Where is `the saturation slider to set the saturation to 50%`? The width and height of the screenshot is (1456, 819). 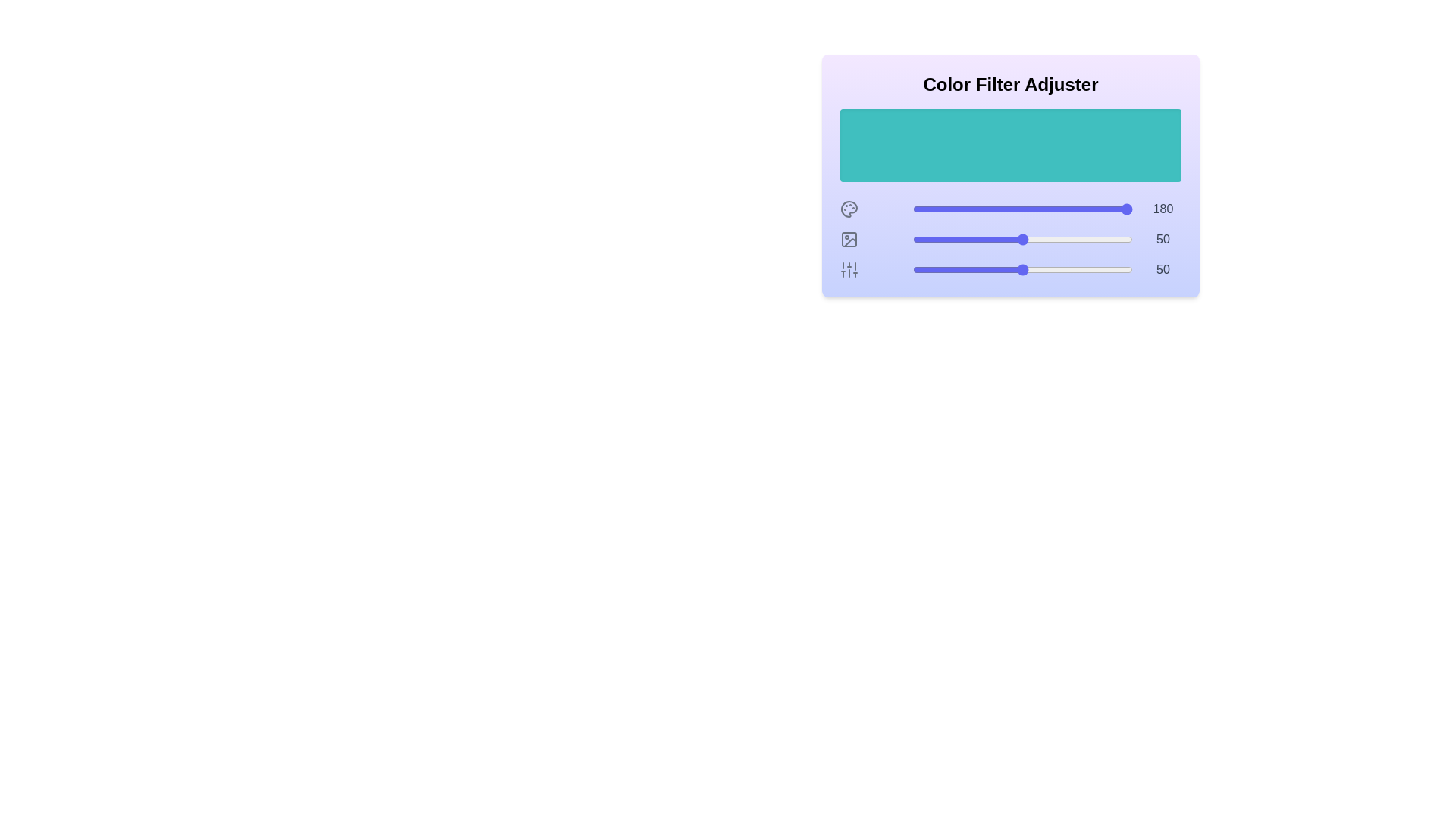 the saturation slider to set the saturation to 50% is located at coordinates (1022, 239).